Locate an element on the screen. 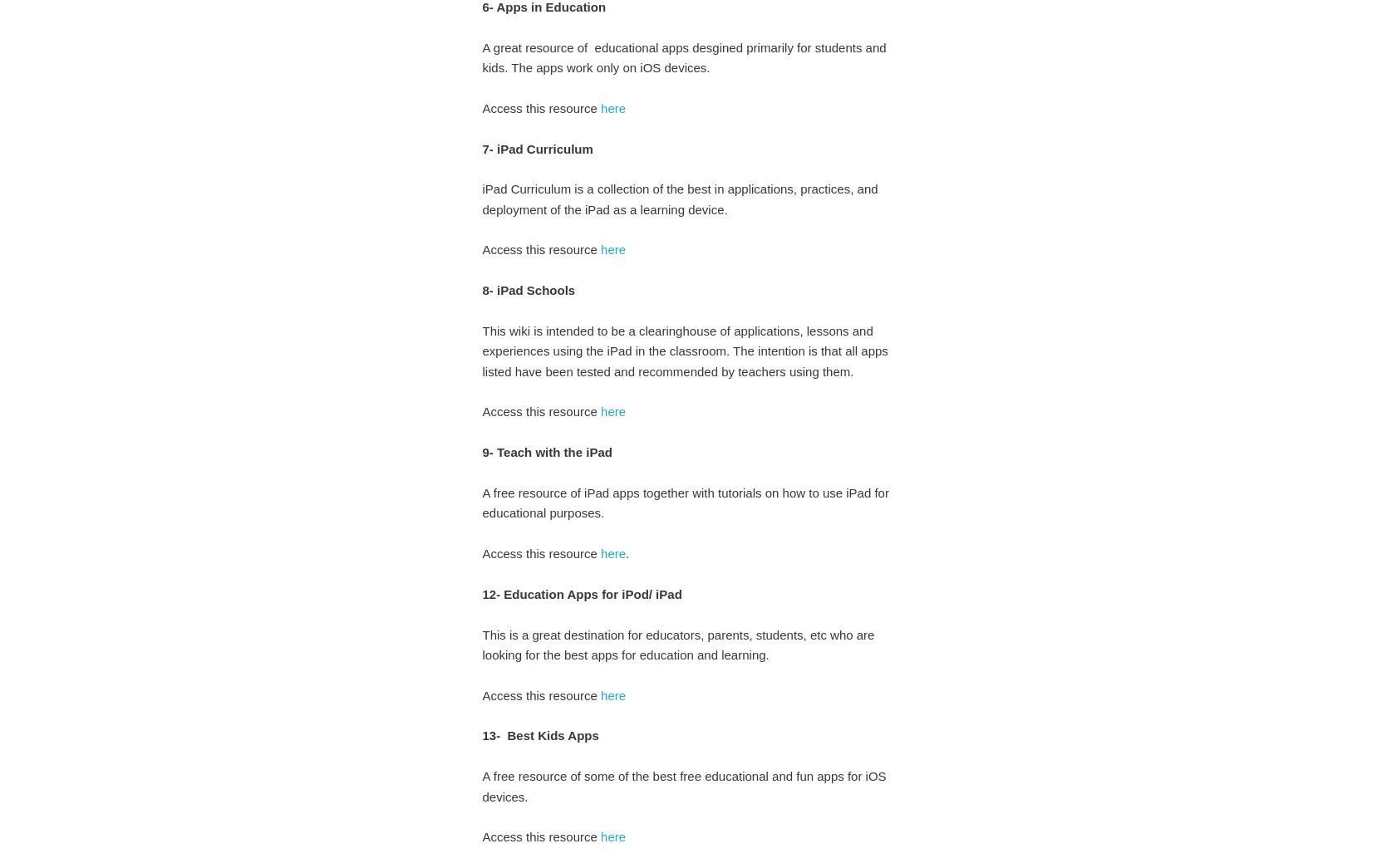 The height and width of the screenshot is (868, 1377). '7- iPad Curriculum' is located at coordinates (481, 148).